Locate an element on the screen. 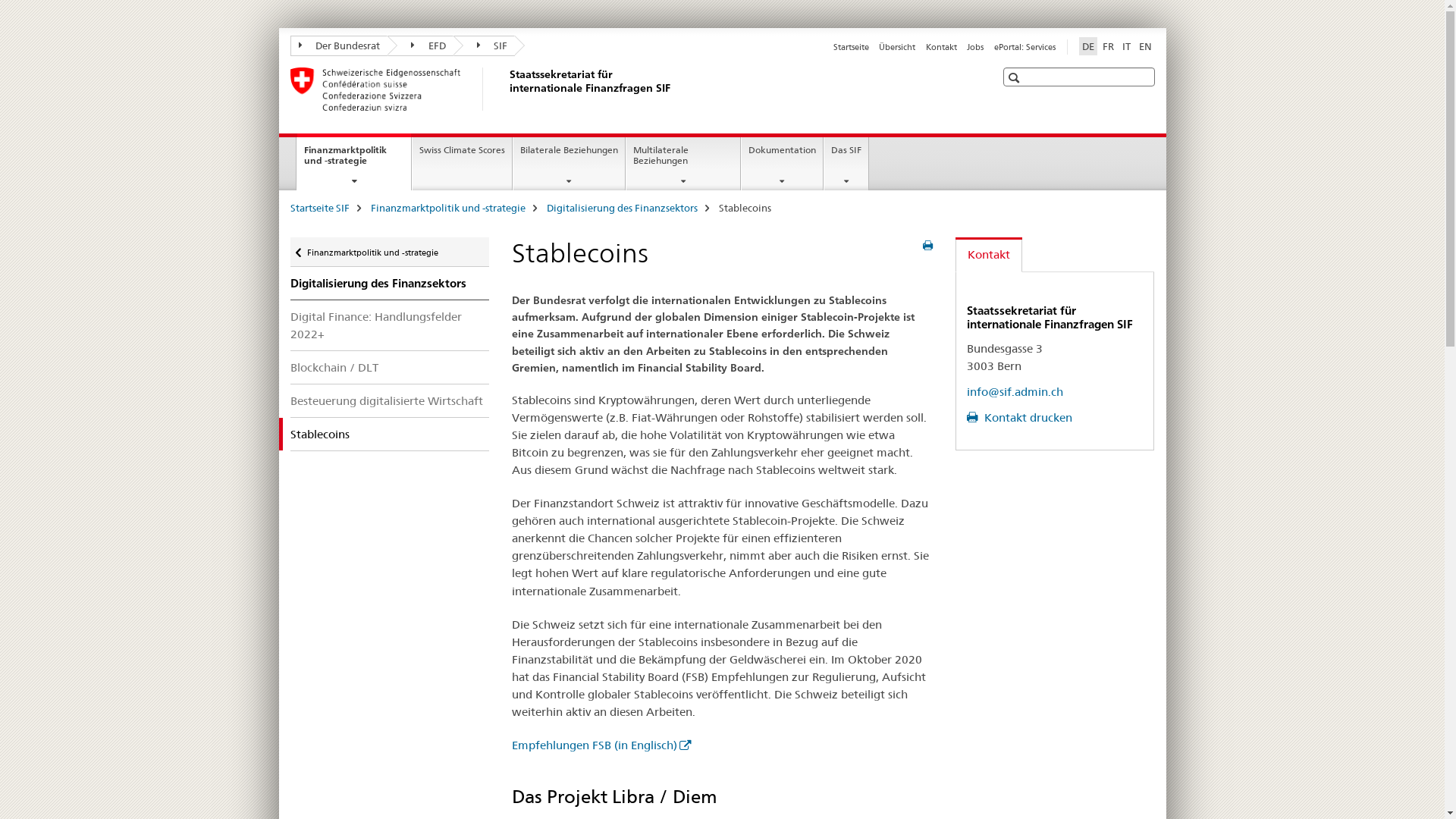  'Startseite' is located at coordinates (851, 45).